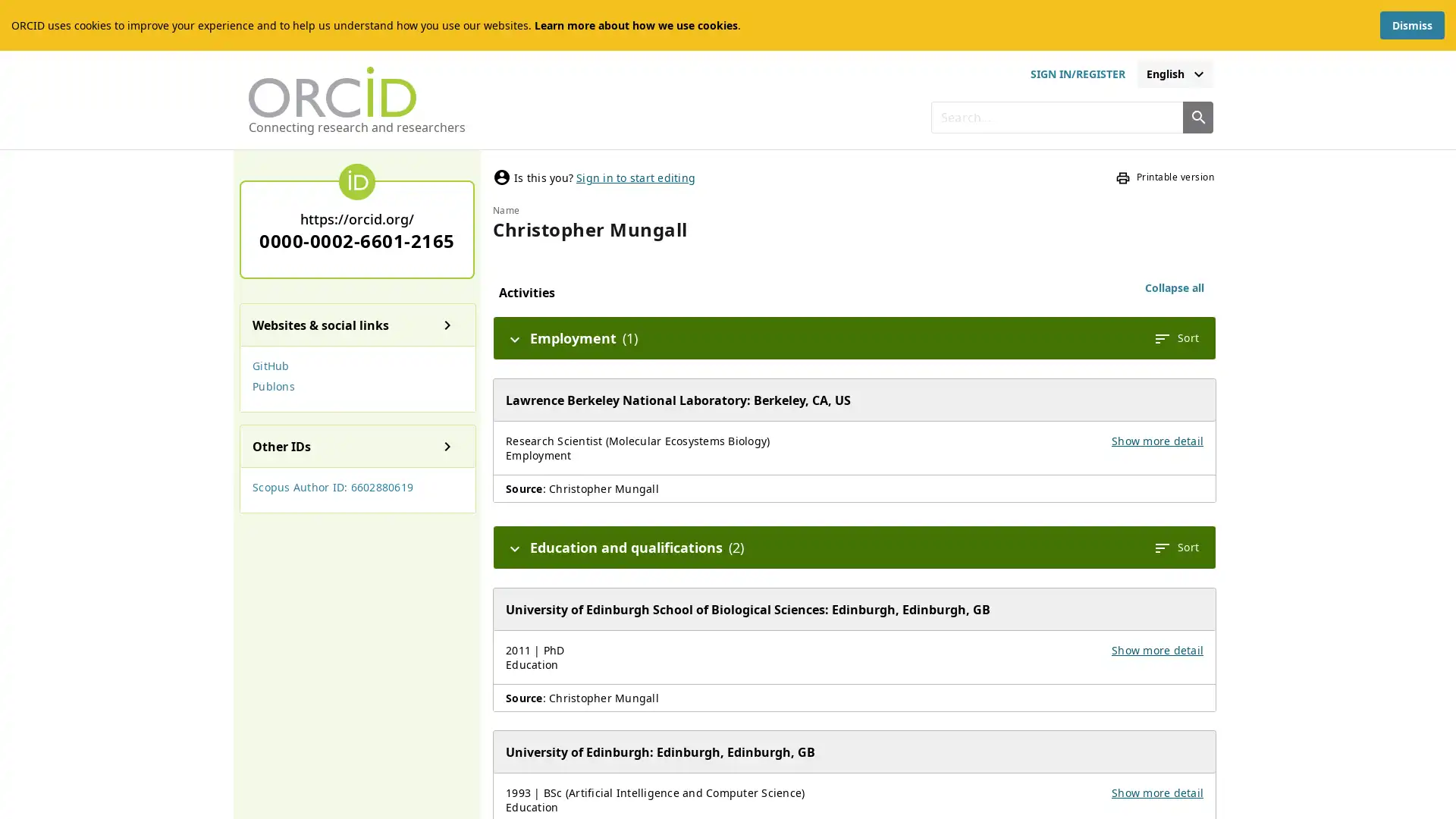  What do you see at coordinates (1076, 74) in the screenshot?
I see `sign in or register` at bounding box center [1076, 74].